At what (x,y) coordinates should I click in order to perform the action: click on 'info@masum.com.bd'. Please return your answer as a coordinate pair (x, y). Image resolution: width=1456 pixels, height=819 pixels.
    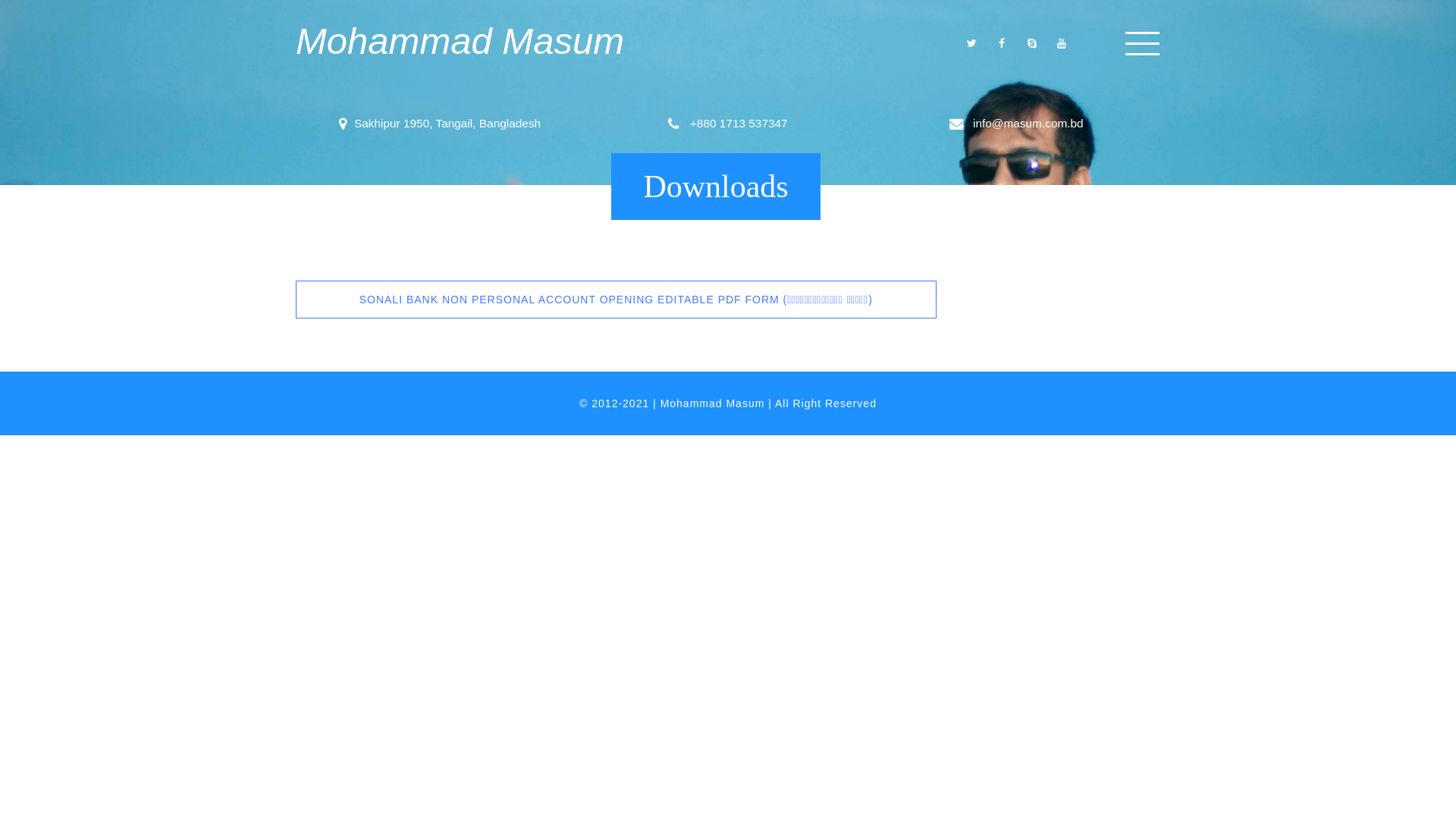
    Looking at the image, I should click on (968, 122).